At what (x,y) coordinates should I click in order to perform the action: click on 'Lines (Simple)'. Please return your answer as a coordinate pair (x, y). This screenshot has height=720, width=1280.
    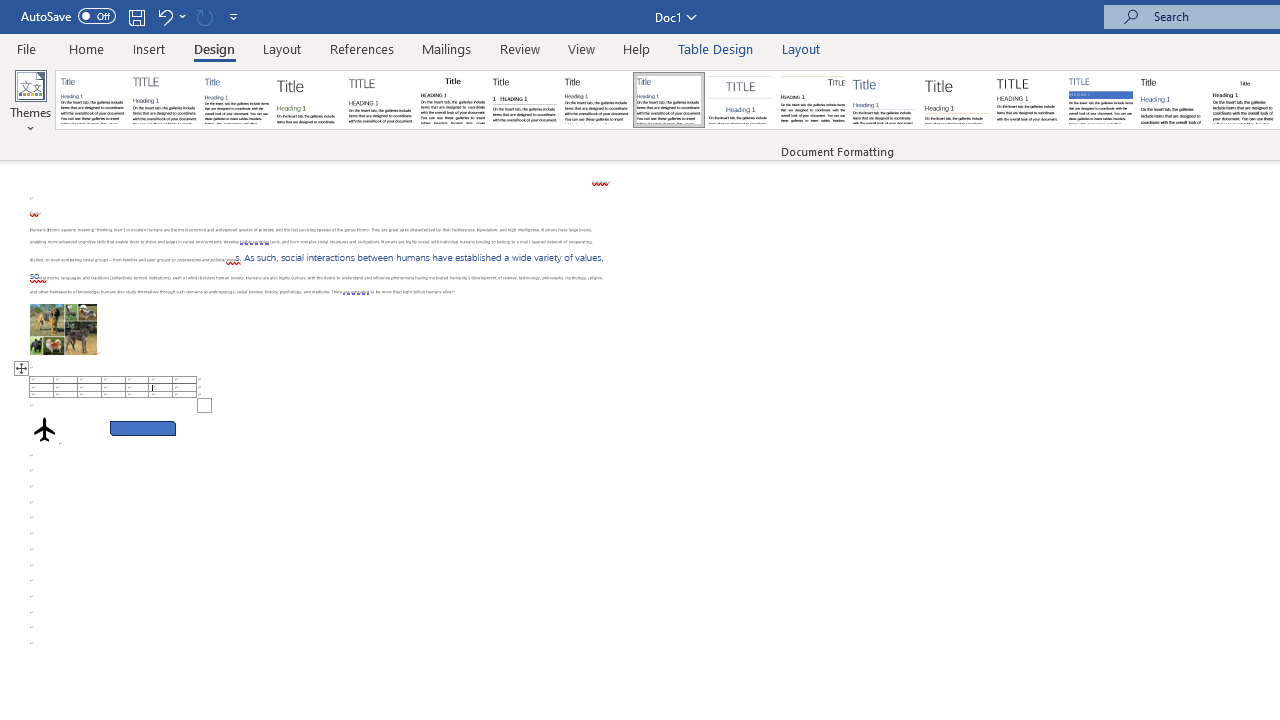
    Looking at the image, I should click on (884, 100).